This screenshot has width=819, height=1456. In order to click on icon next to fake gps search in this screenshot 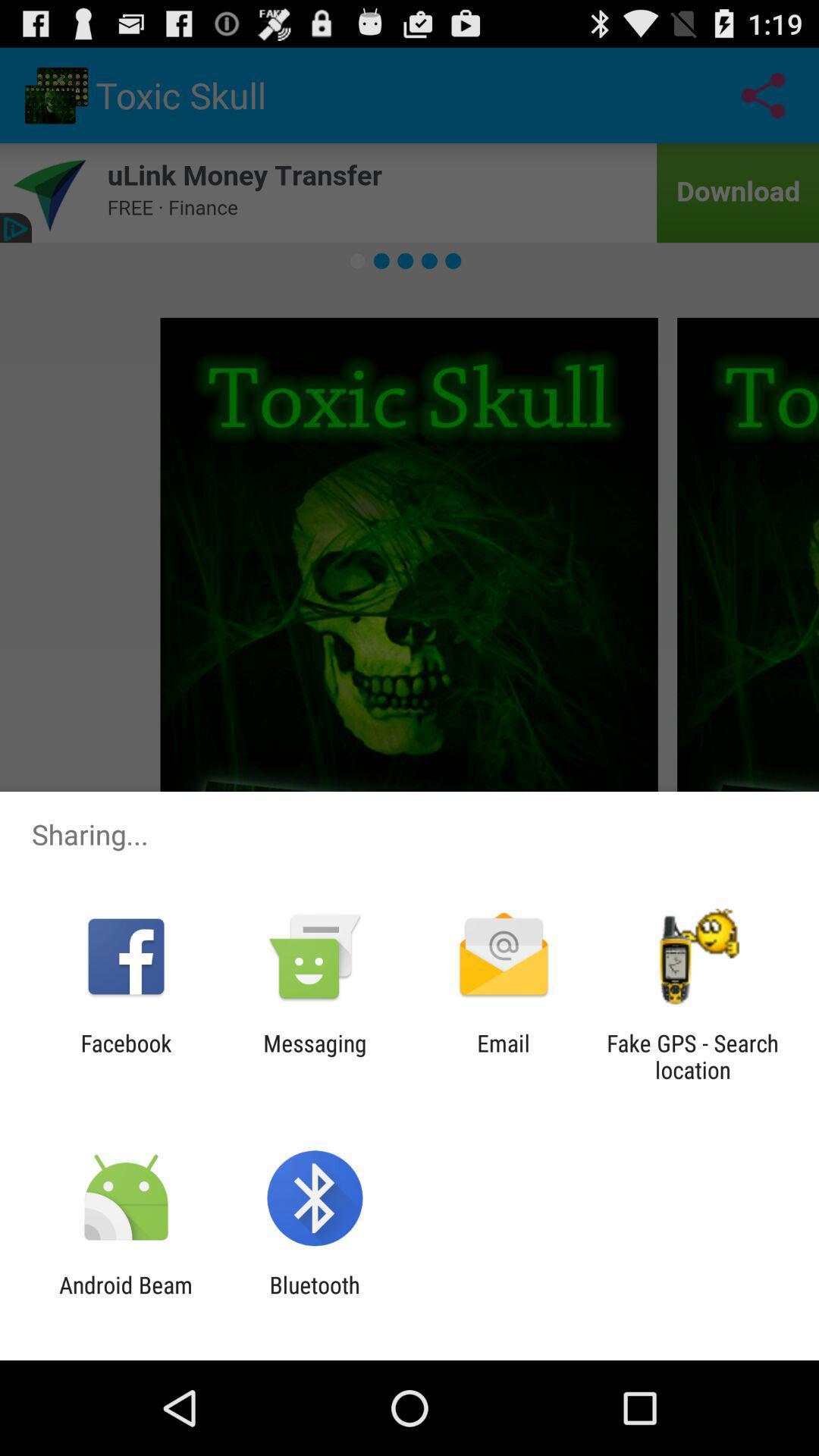, I will do `click(504, 1056)`.